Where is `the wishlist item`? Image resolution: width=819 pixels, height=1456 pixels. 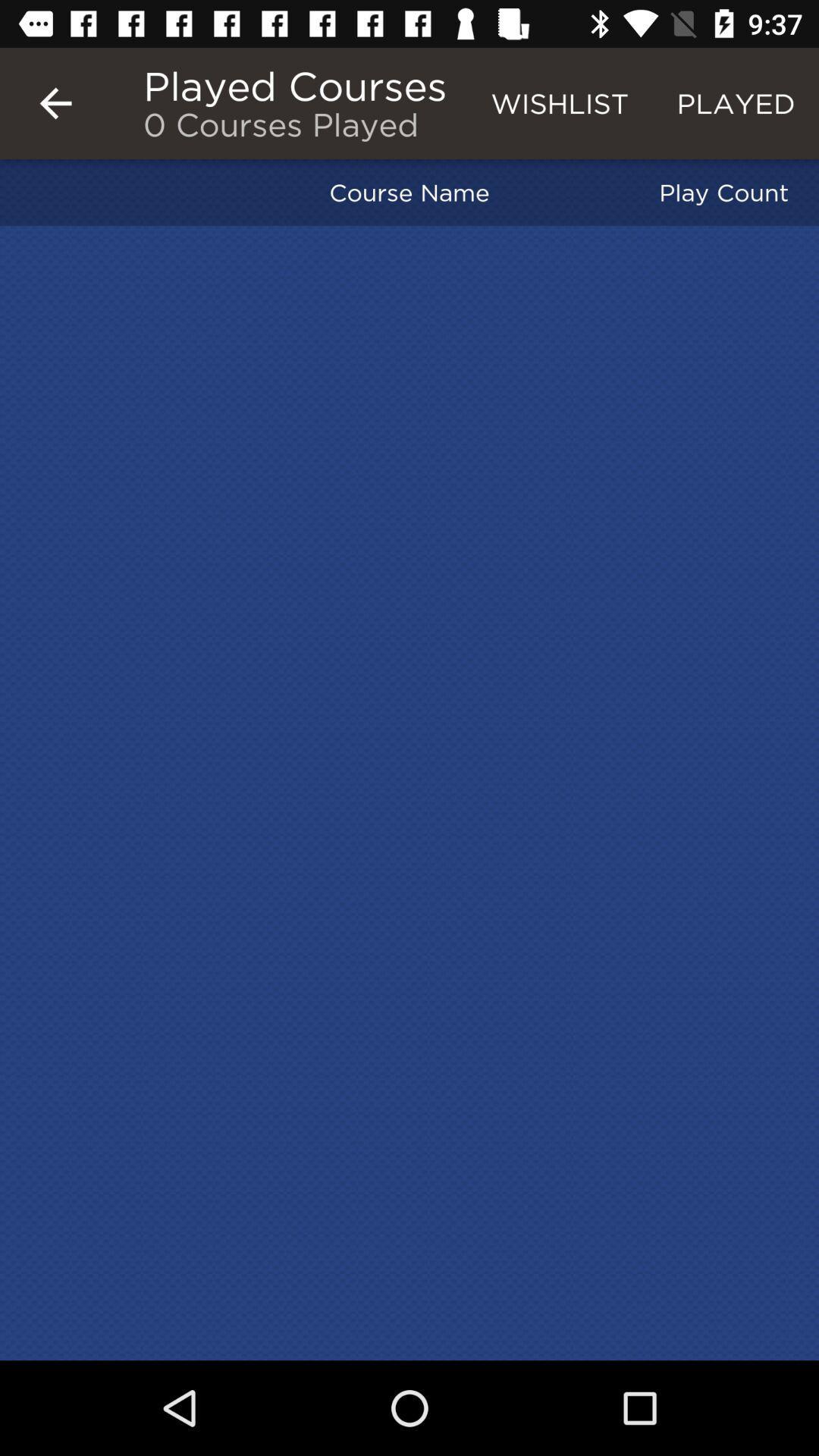
the wishlist item is located at coordinates (560, 102).